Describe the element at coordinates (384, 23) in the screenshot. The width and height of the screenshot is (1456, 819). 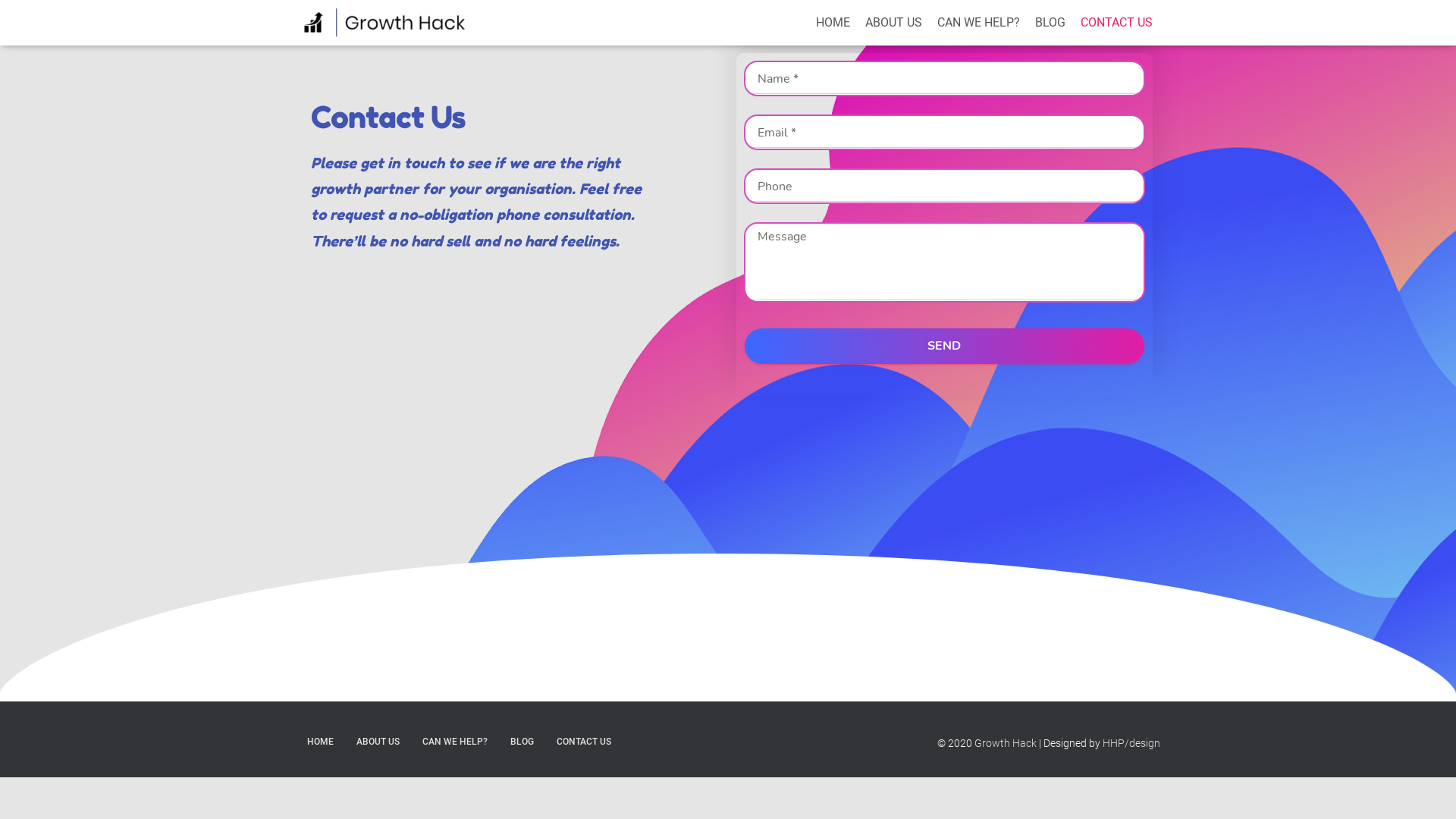
I see `'Growth Hack'` at that location.